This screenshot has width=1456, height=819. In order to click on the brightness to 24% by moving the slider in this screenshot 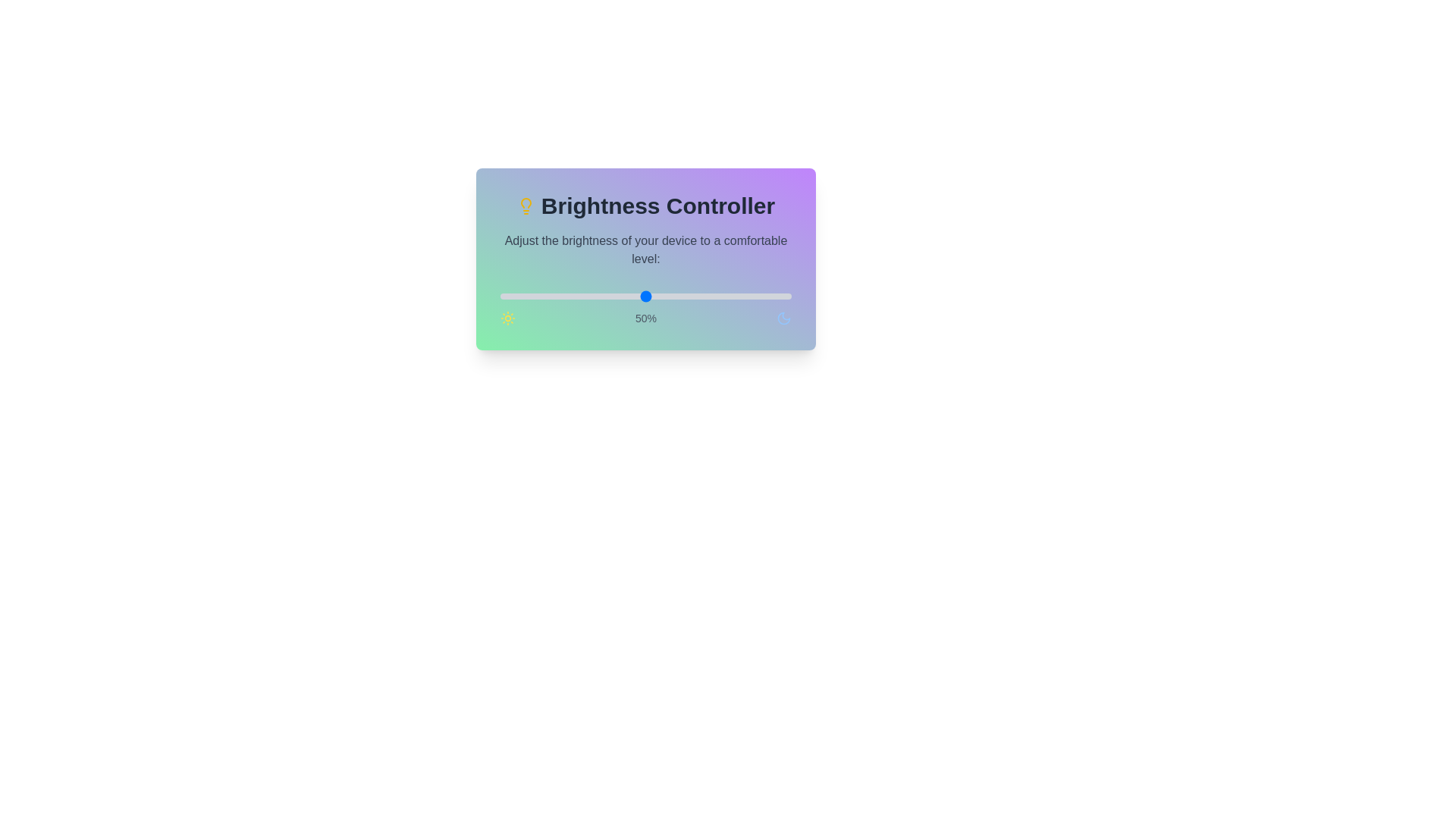, I will do `click(570, 296)`.